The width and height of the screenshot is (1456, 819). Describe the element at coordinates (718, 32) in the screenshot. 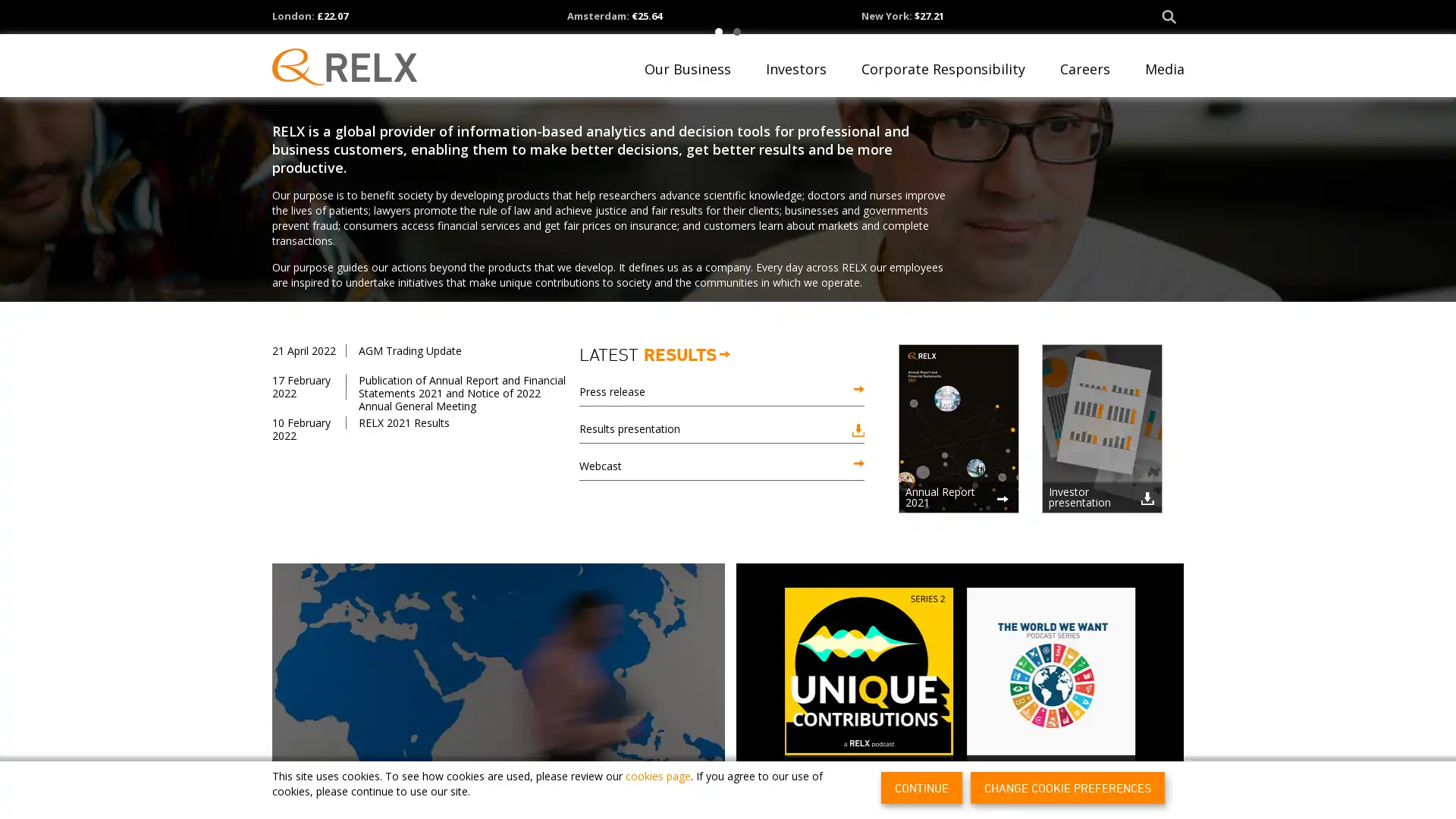

I see `1` at that location.